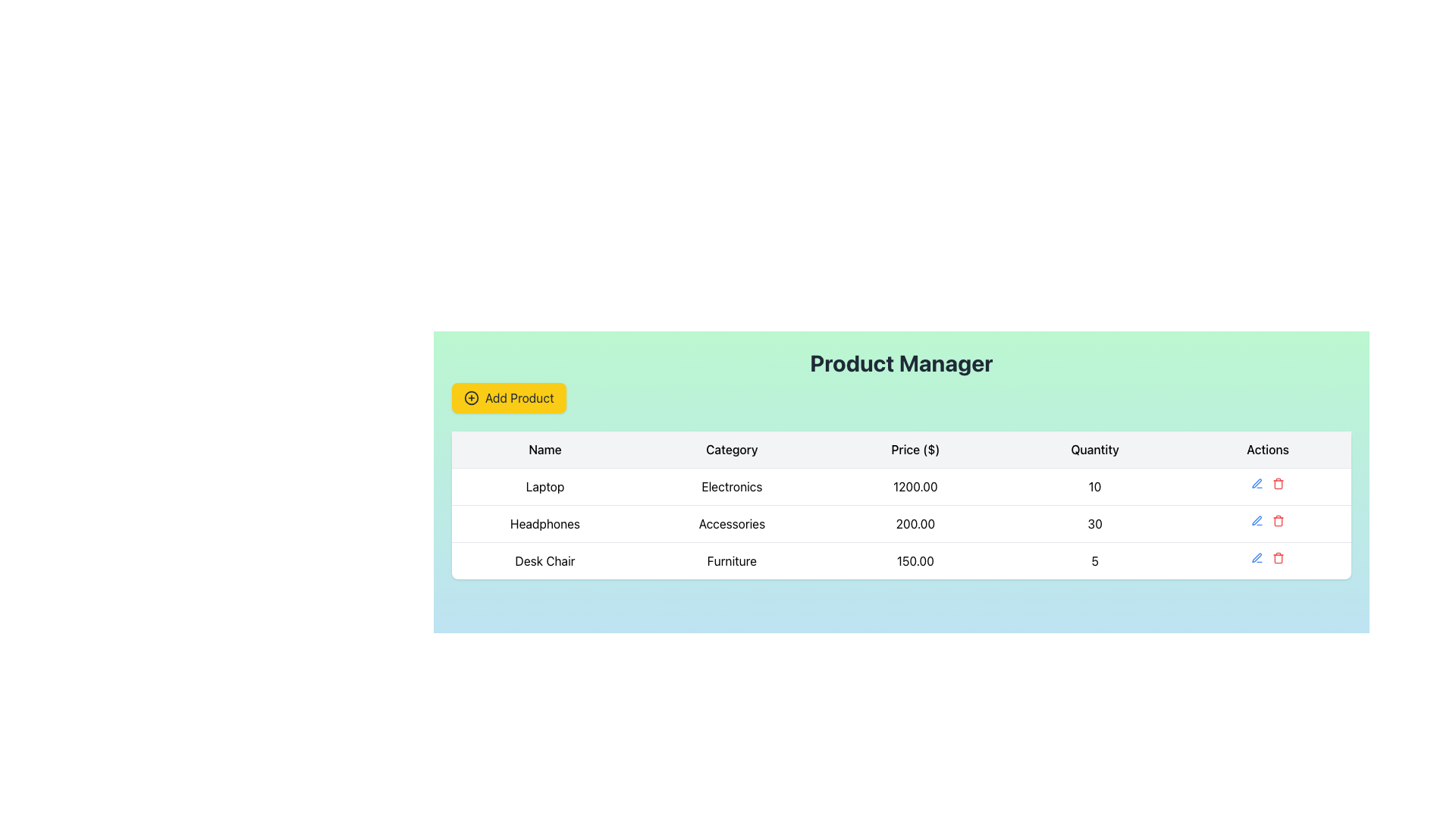  I want to click on the informational label displaying the category of the product 'Headphones' in the second row of the table, so click(732, 522).